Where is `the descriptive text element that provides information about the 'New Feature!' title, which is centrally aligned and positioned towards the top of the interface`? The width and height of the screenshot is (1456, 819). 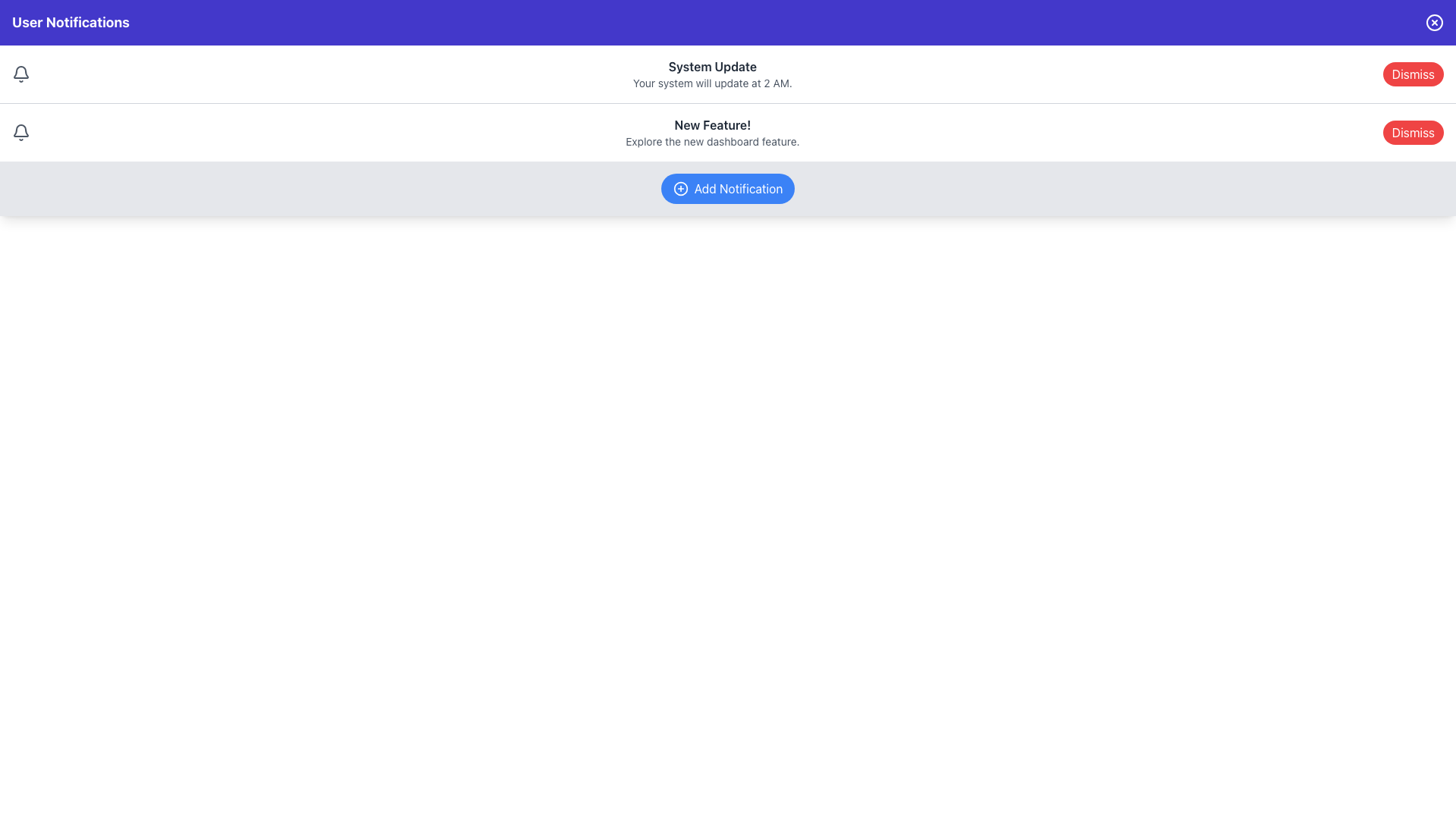 the descriptive text element that provides information about the 'New Feature!' title, which is centrally aligned and positioned towards the top of the interface is located at coordinates (711, 141).